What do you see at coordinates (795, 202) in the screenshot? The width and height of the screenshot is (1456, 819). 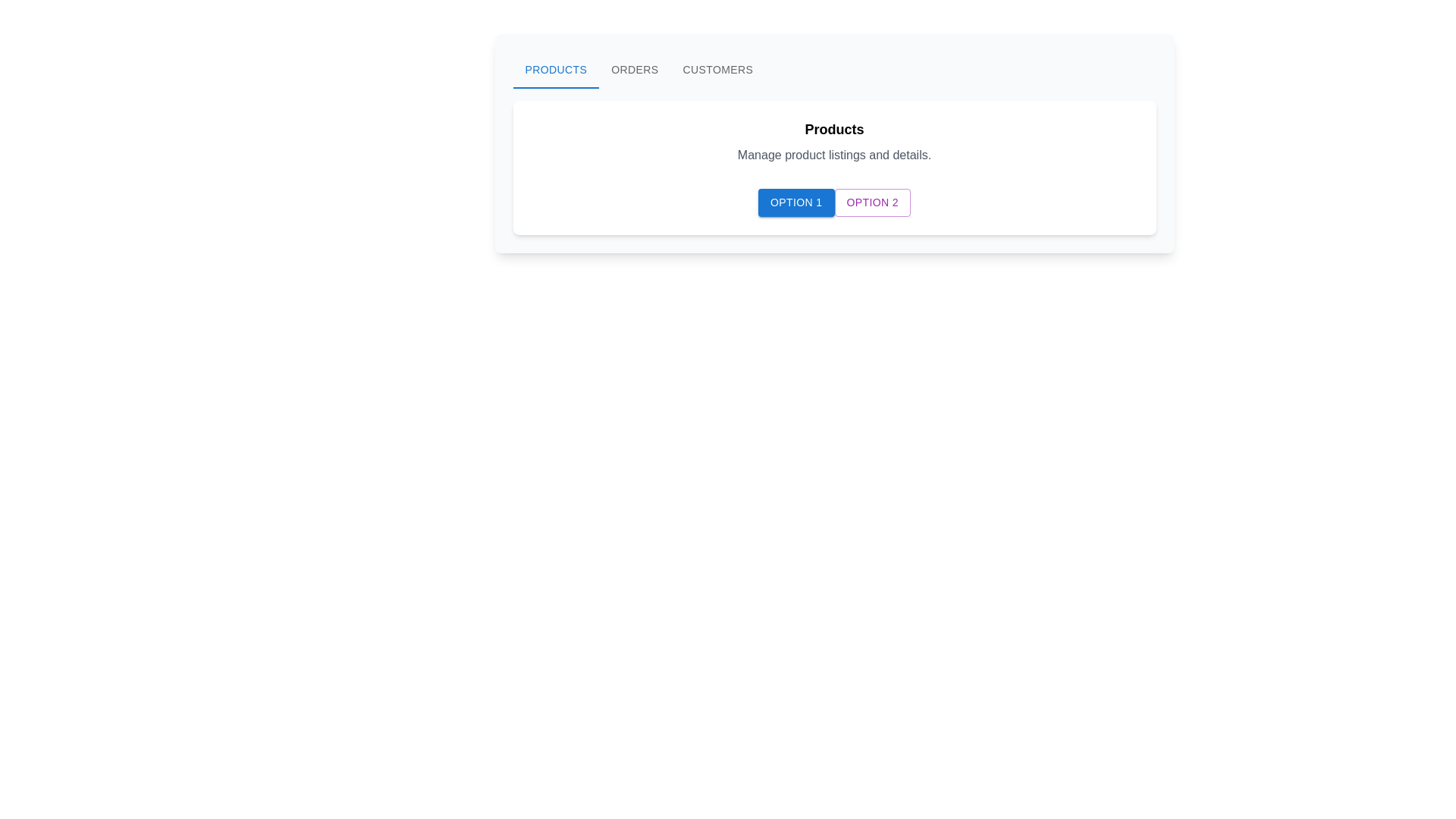 I see `the primary action button located under the 'Products' heading, which is the first of two buttons in a horizontal layout` at bounding box center [795, 202].